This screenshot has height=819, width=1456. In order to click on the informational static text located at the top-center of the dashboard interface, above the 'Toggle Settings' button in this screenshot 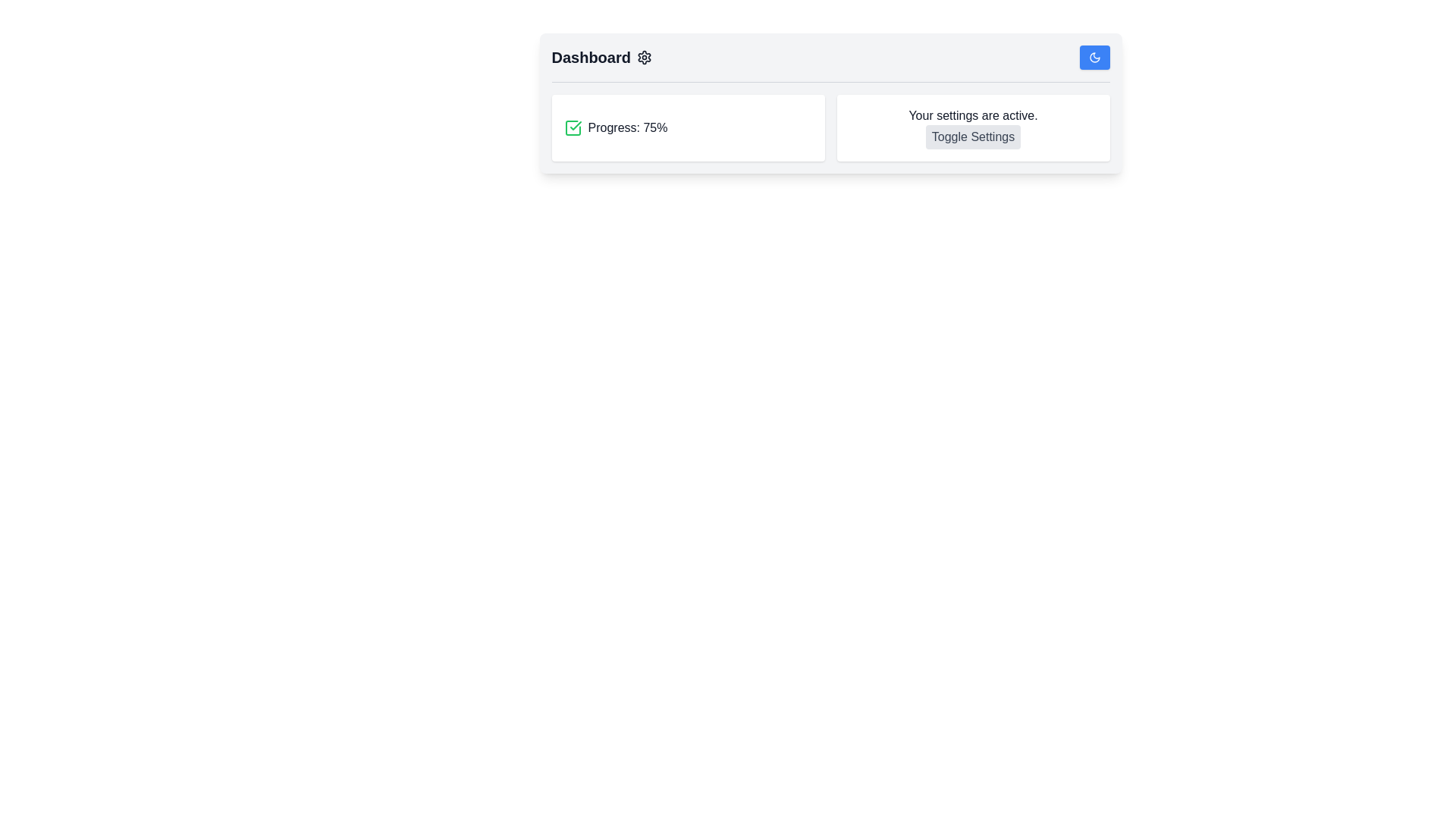, I will do `click(973, 115)`.